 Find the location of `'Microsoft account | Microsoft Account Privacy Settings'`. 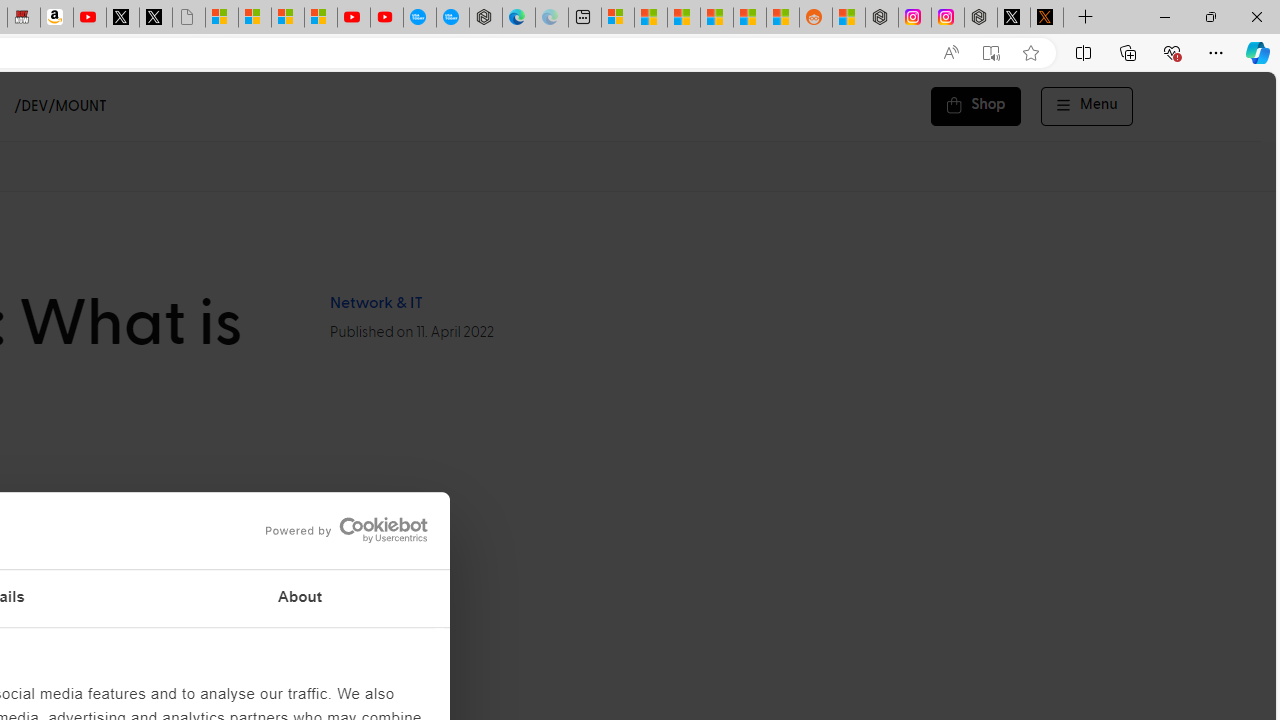

'Microsoft account | Microsoft Account Privacy Settings' is located at coordinates (616, 17).